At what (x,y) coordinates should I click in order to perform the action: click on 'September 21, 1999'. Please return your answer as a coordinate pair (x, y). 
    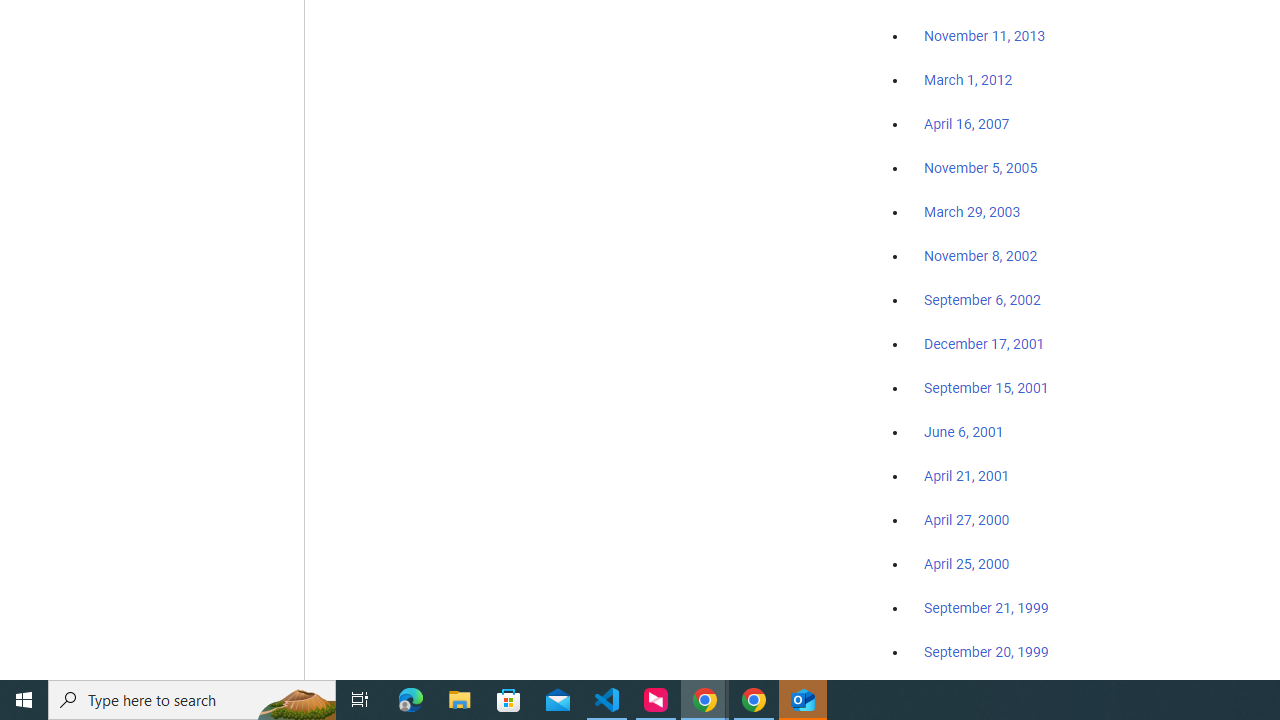
    Looking at the image, I should click on (986, 607).